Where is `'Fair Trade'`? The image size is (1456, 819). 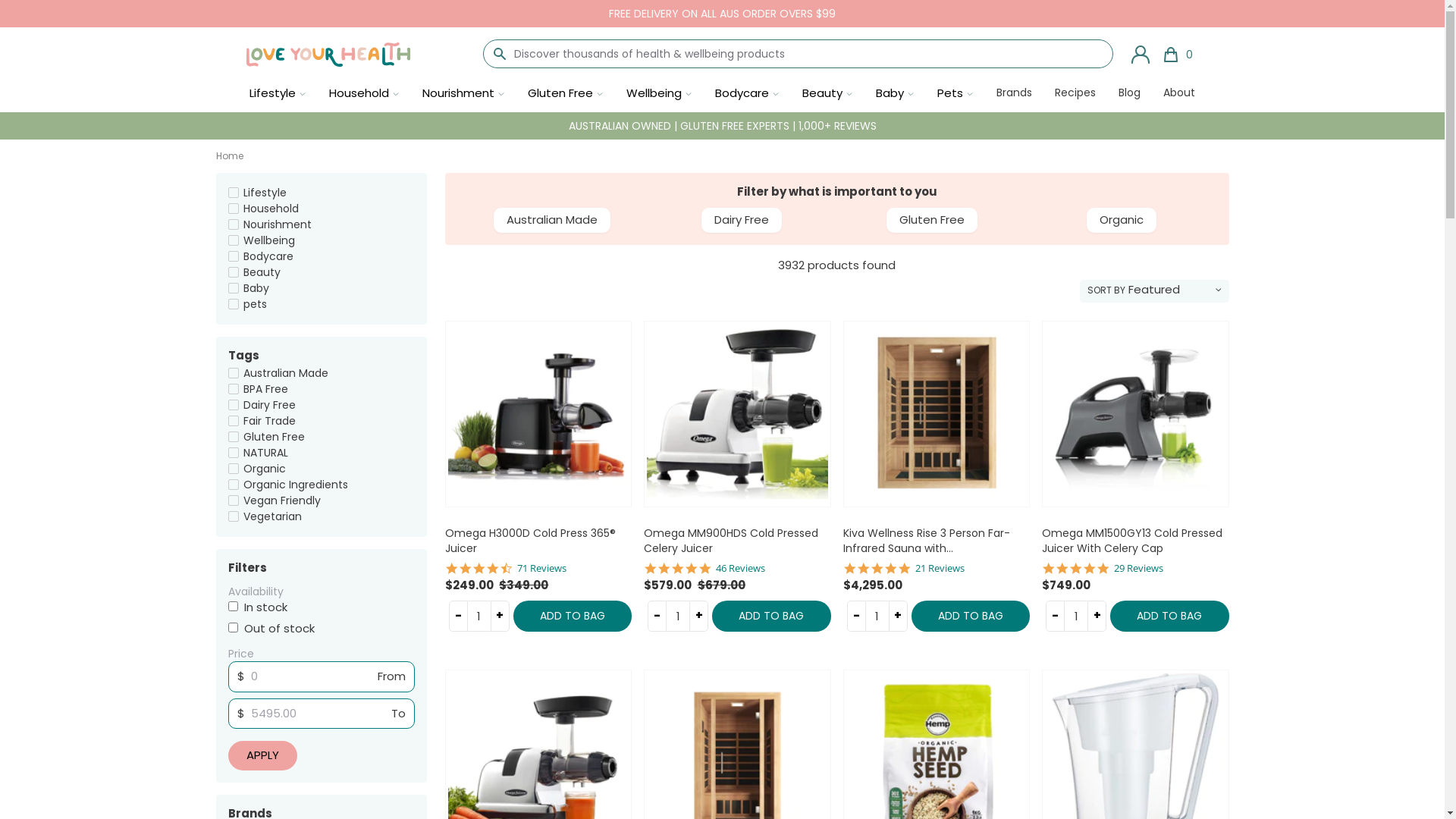
'Fair Trade' is located at coordinates (243, 421).